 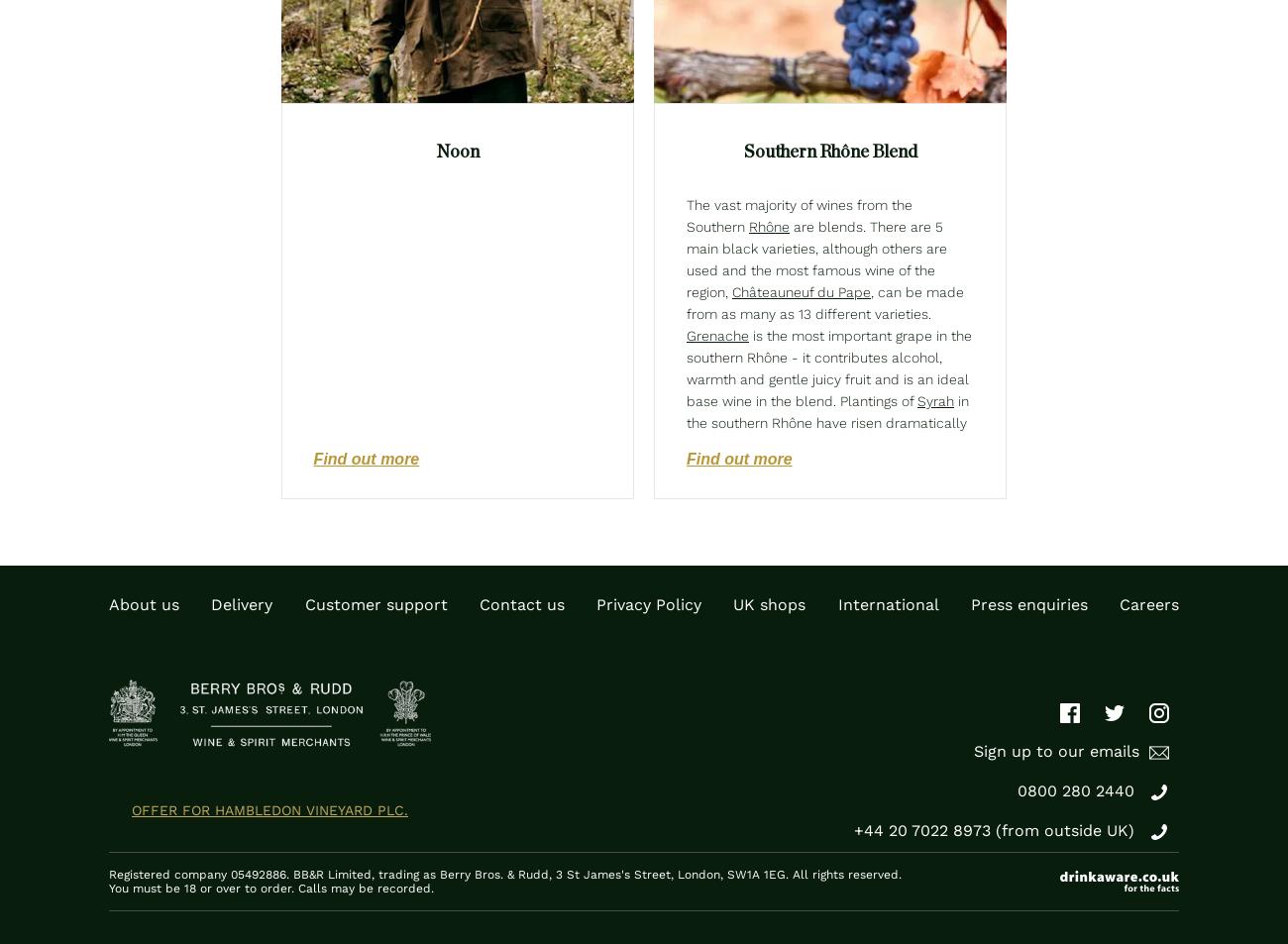 What do you see at coordinates (768, 226) in the screenshot?
I see `'Rhône'` at bounding box center [768, 226].